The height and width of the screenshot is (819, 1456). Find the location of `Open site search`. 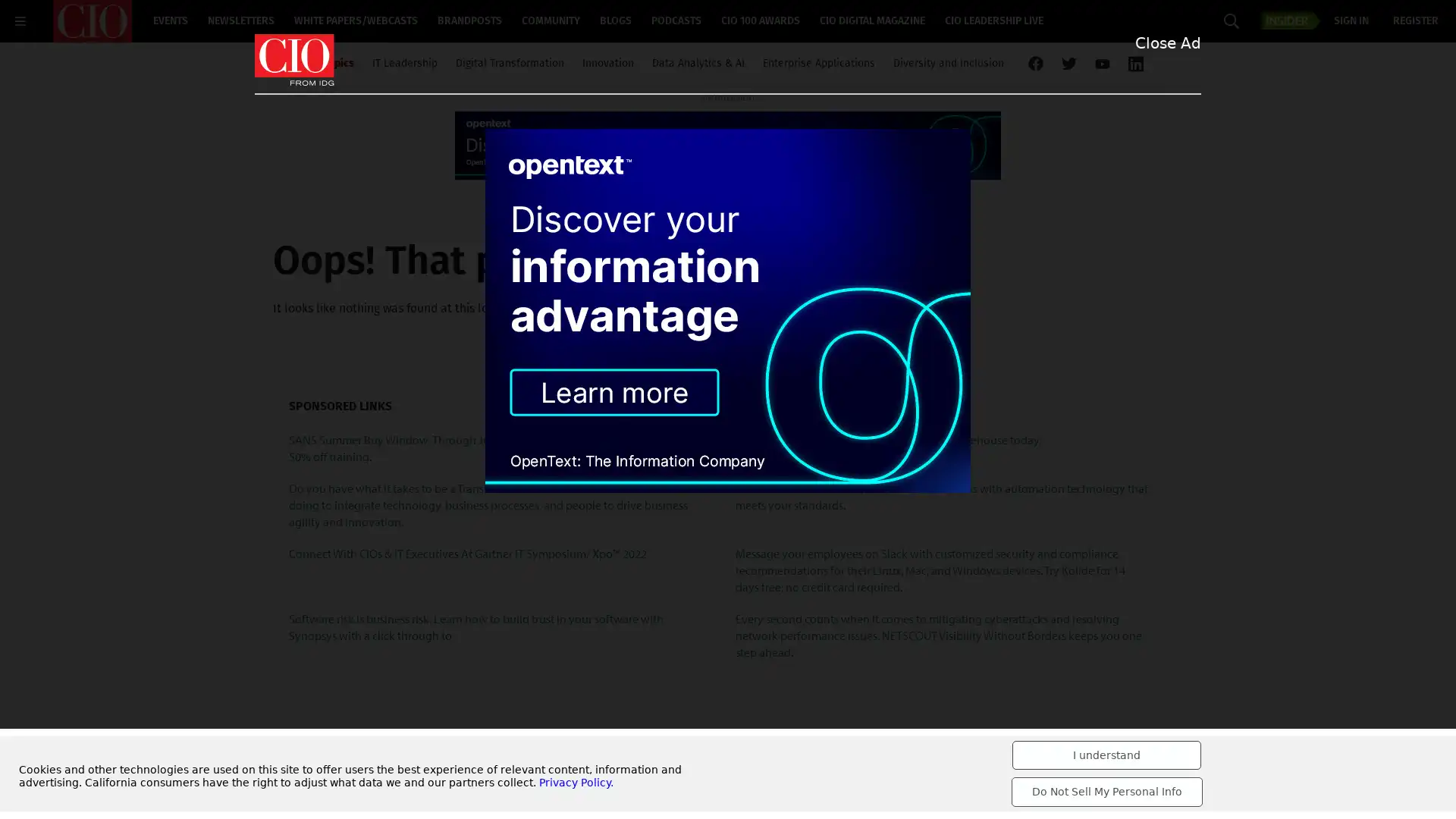

Open site search is located at coordinates (1231, 20).